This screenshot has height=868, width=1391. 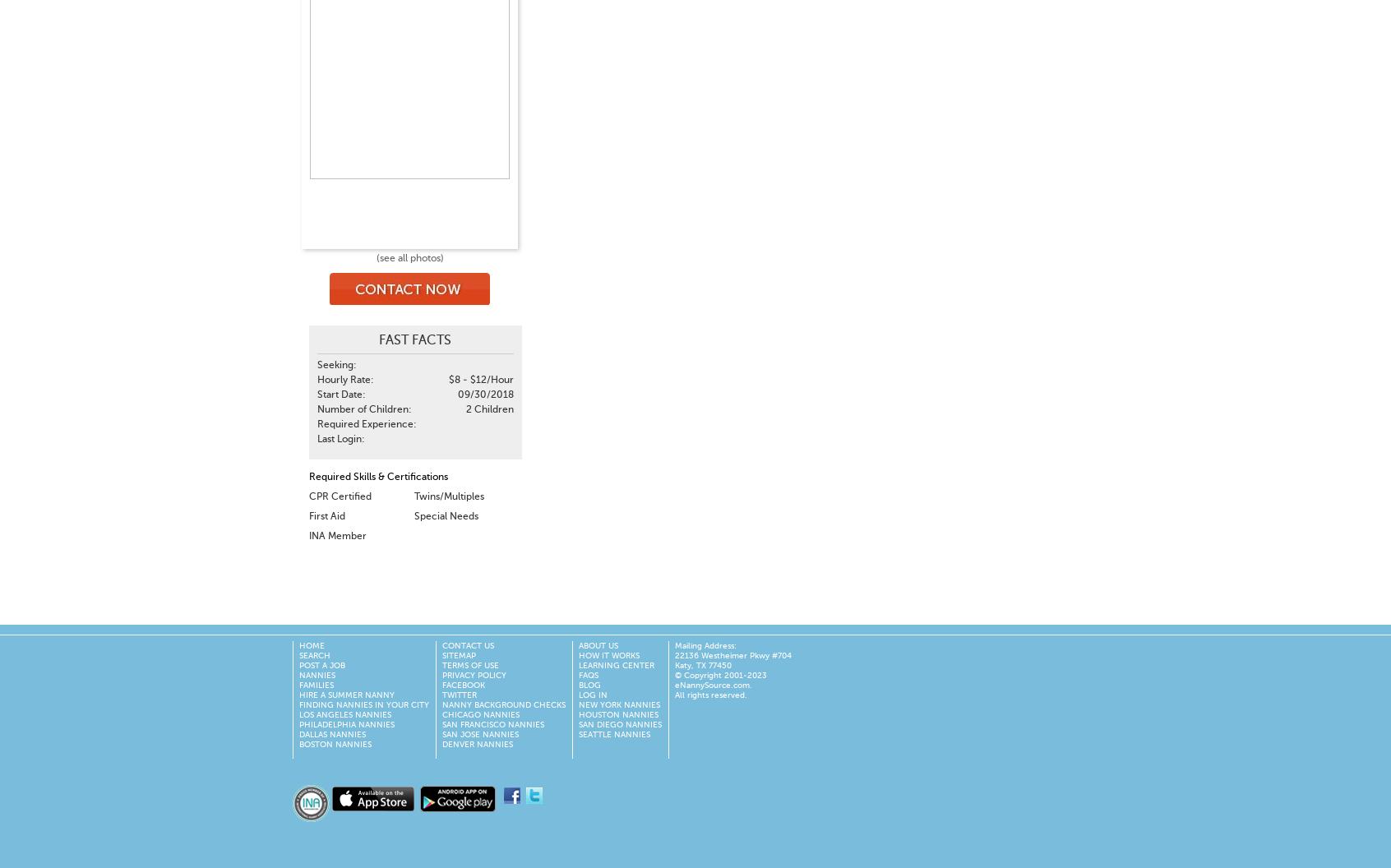 I want to click on 'Twins/Multiples', so click(x=448, y=496).